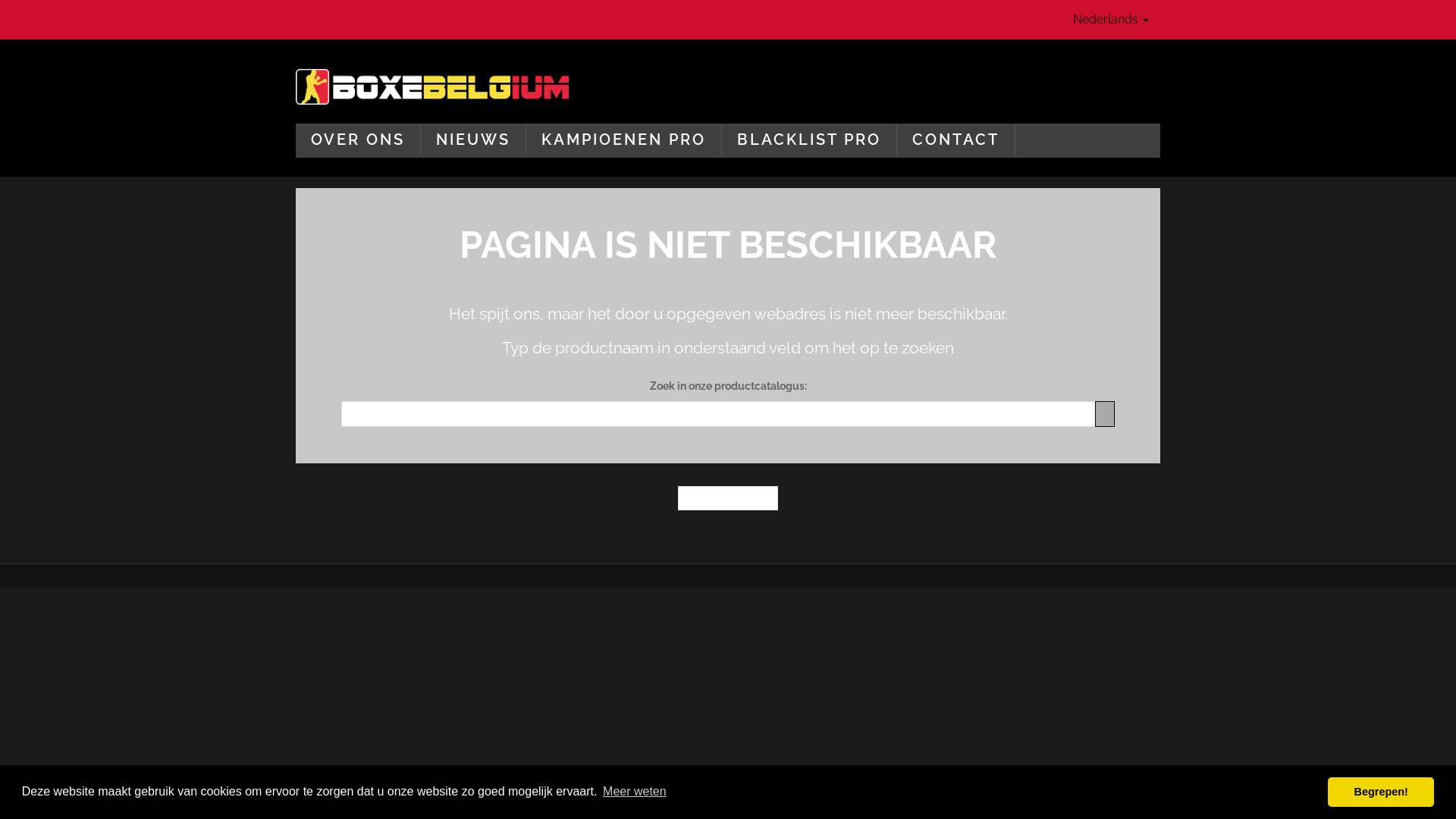  I want to click on 'Boxebelgium.be', so click(431, 86).